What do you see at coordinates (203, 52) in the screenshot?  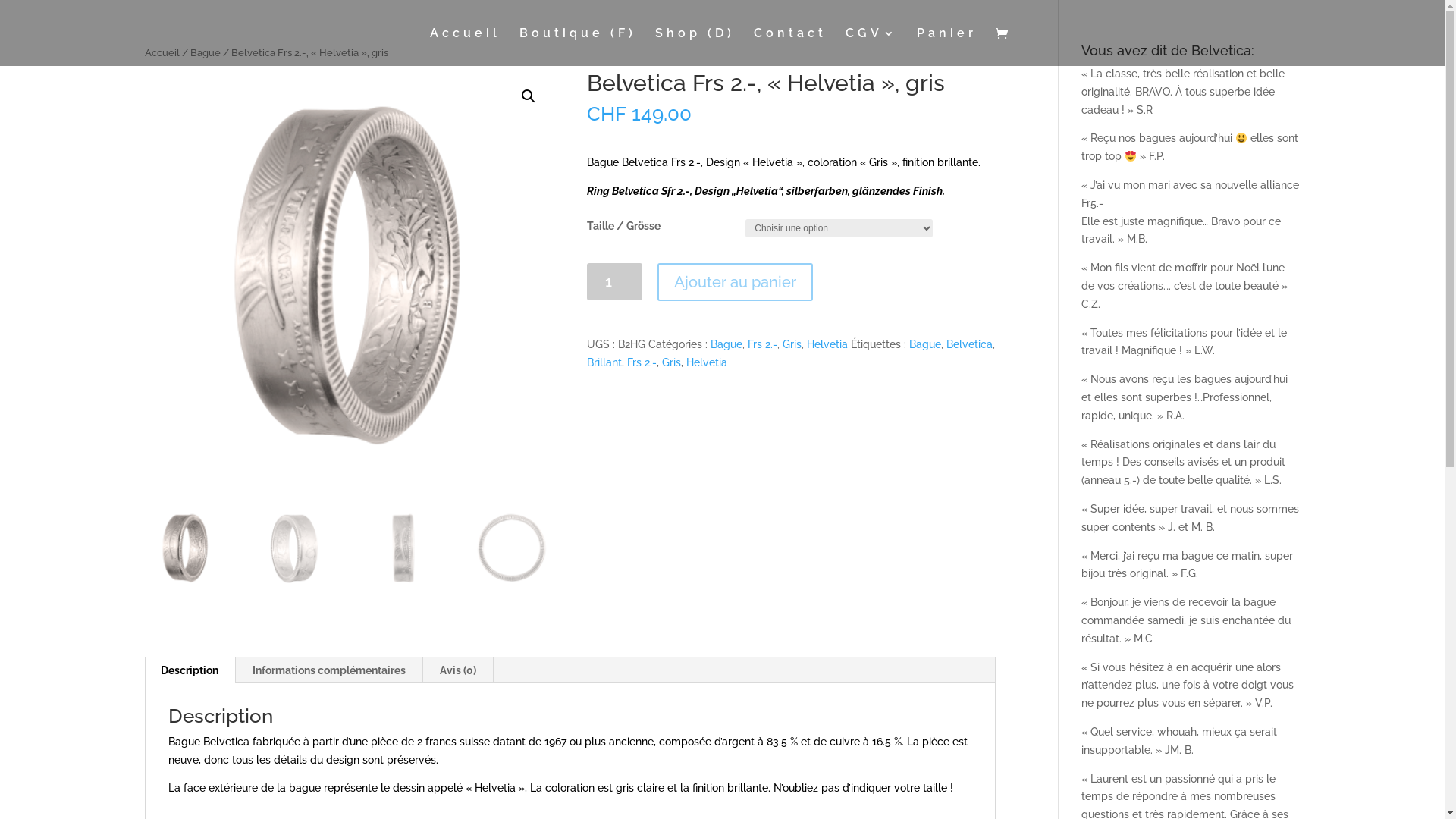 I see `'Bague'` at bounding box center [203, 52].